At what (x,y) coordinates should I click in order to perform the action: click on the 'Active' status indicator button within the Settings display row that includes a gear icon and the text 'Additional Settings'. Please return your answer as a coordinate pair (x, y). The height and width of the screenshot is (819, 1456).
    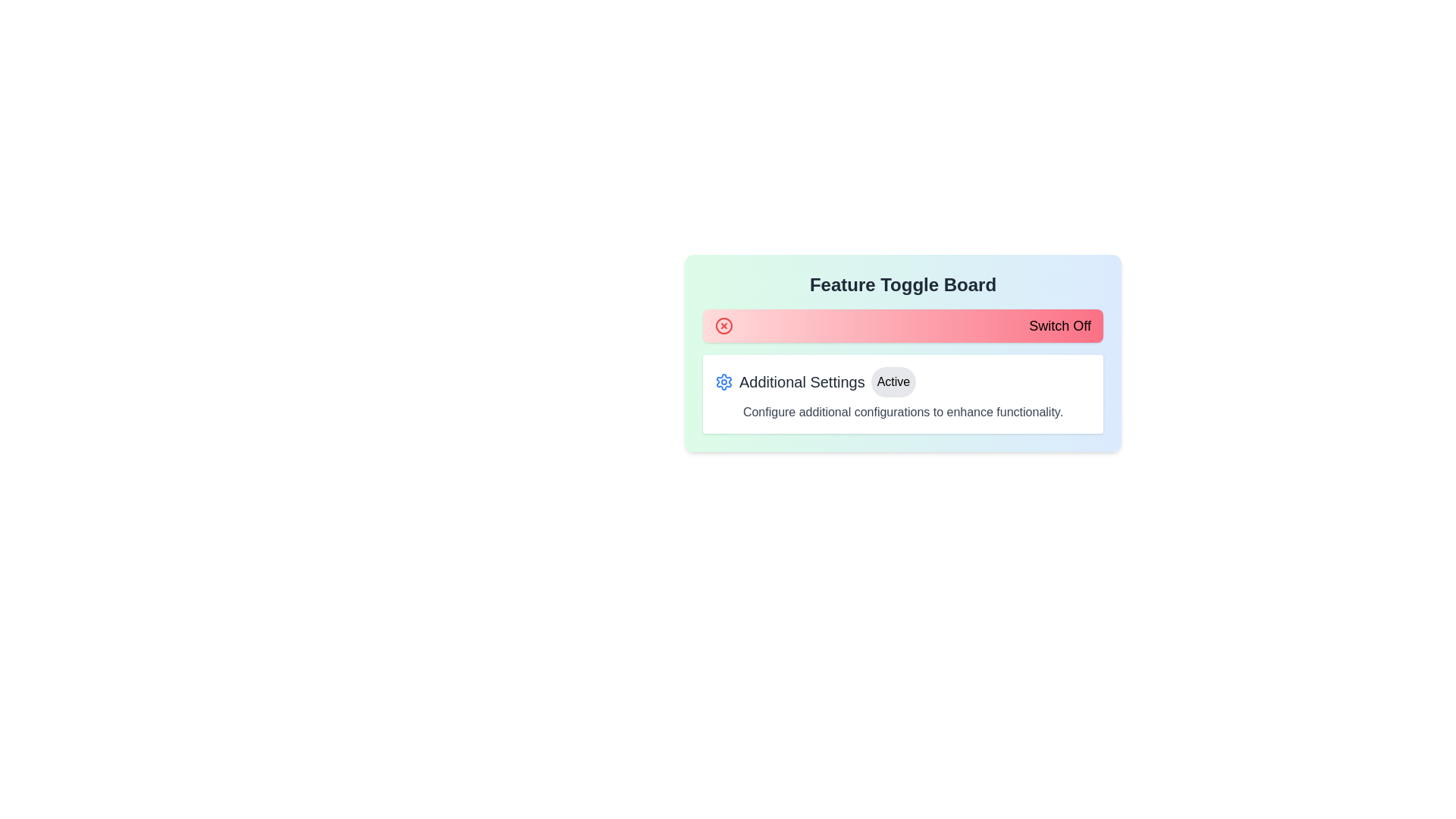
    Looking at the image, I should click on (902, 381).